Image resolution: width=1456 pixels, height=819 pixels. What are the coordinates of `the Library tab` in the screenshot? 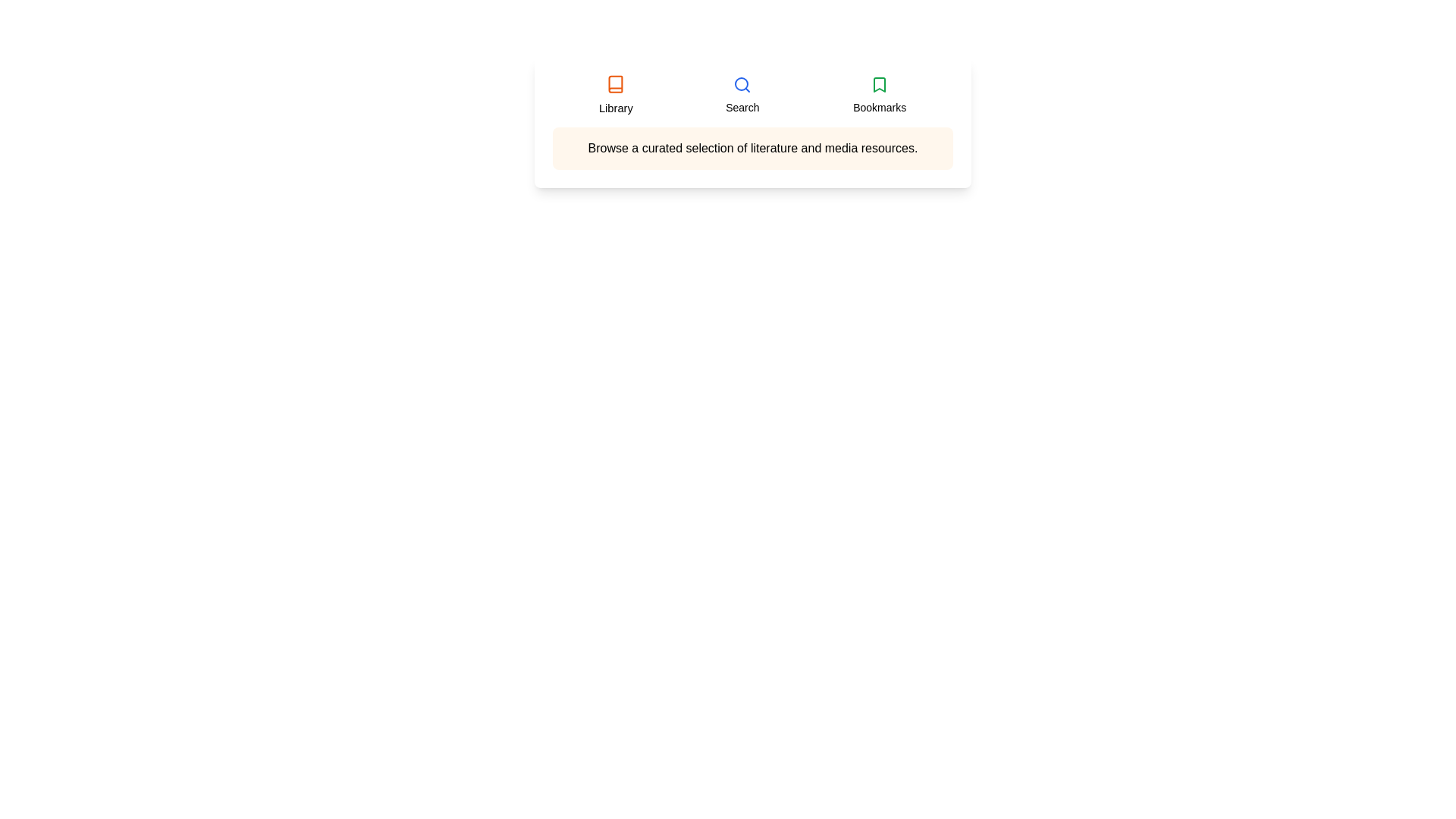 It's located at (615, 96).